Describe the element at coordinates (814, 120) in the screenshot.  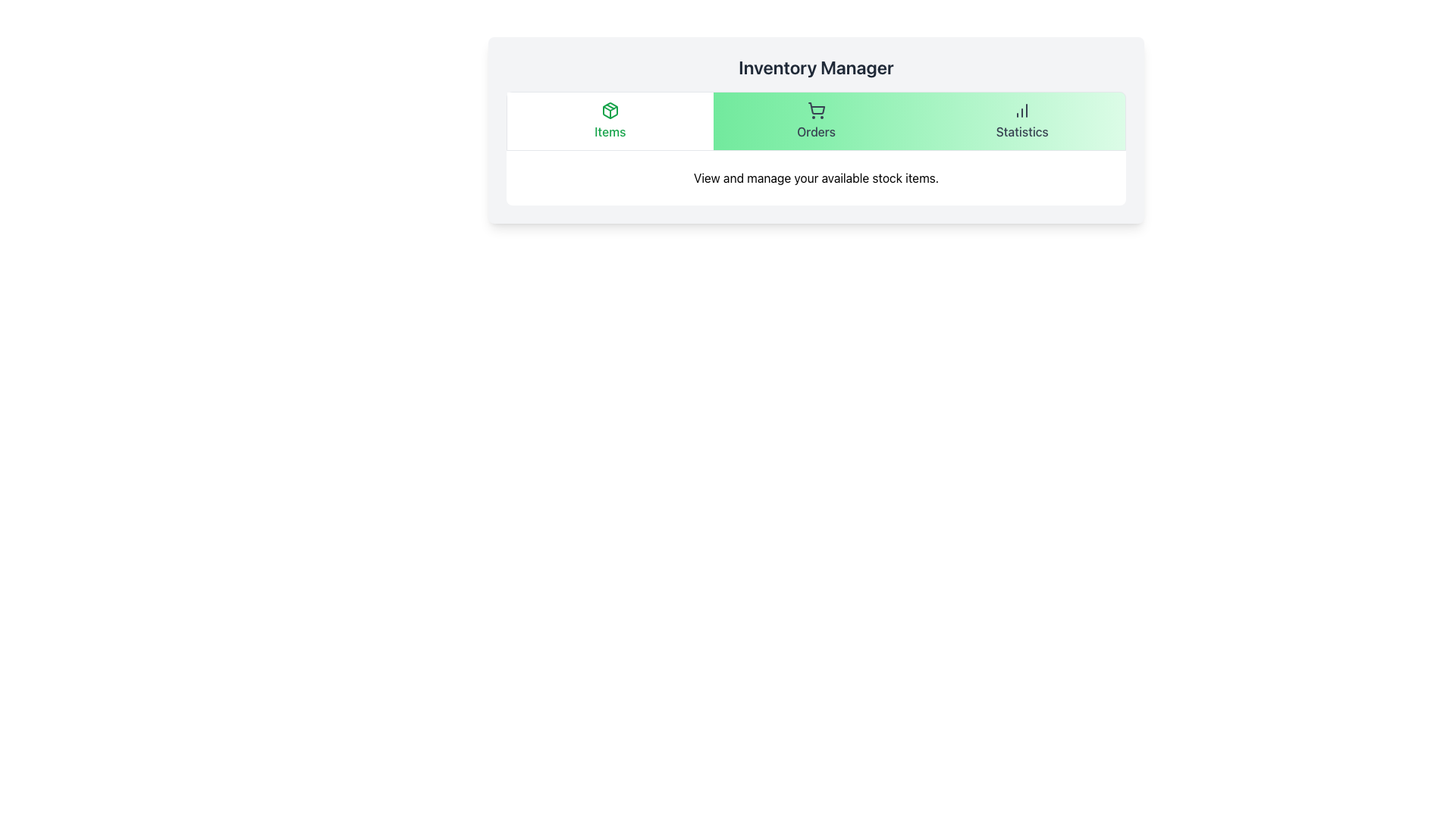
I see `the second button in the 'Inventory Manager' that opens the orders section` at that location.